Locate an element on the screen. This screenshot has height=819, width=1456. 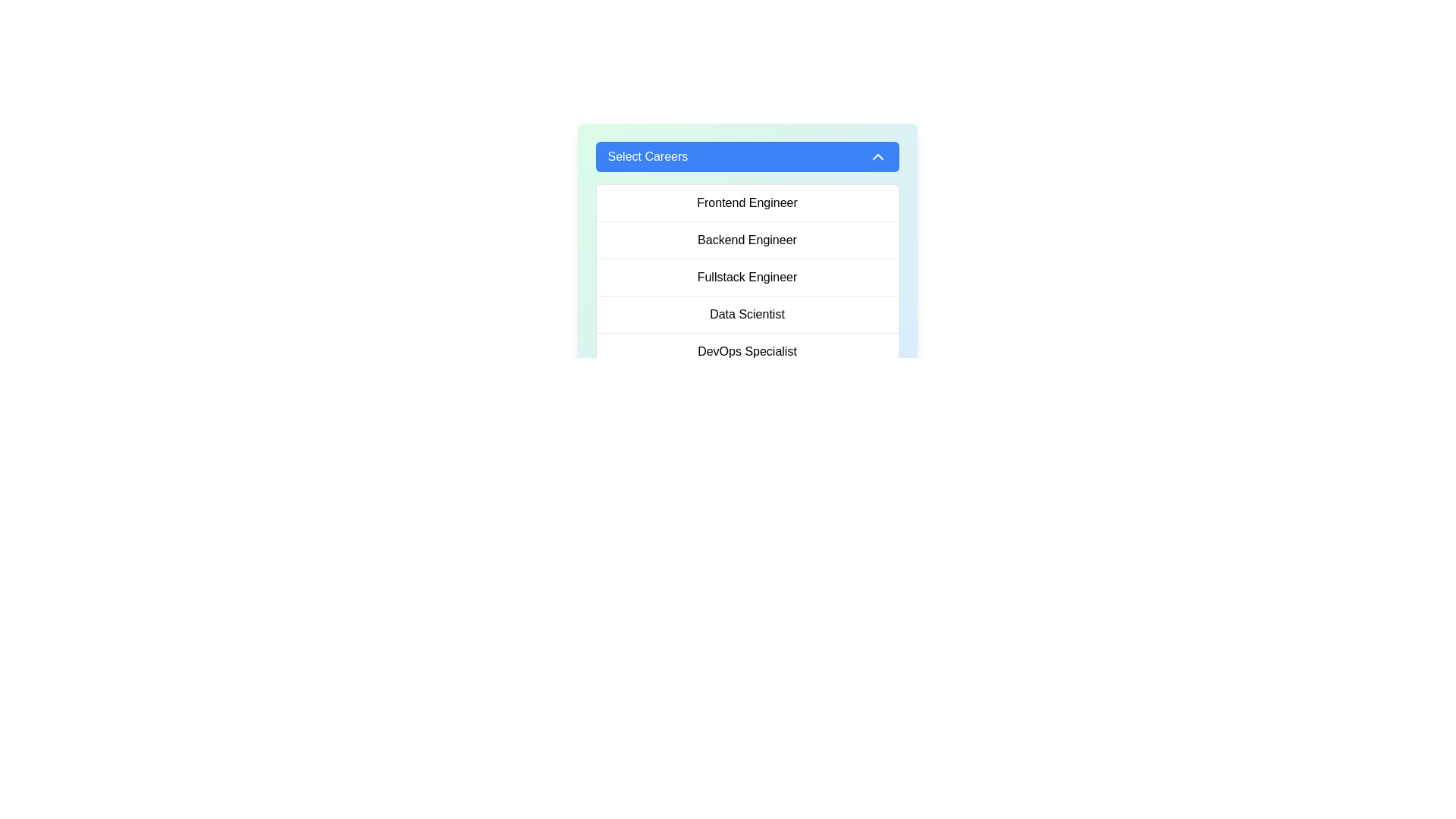
the 'Data Scientist' option in the dropdown list is located at coordinates (747, 314).